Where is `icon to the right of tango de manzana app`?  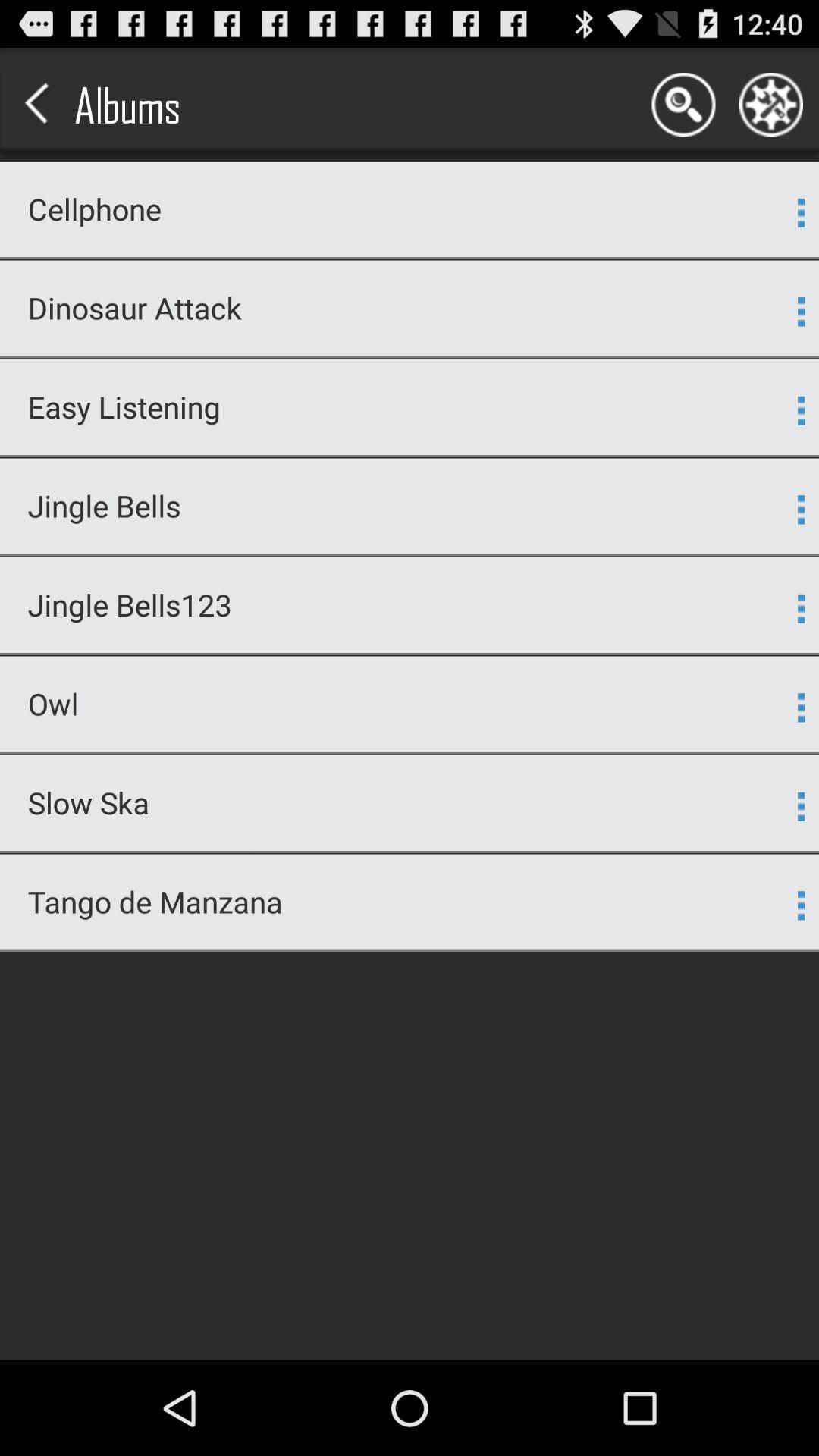 icon to the right of tango de manzana app is located at coordinates (800, 905).